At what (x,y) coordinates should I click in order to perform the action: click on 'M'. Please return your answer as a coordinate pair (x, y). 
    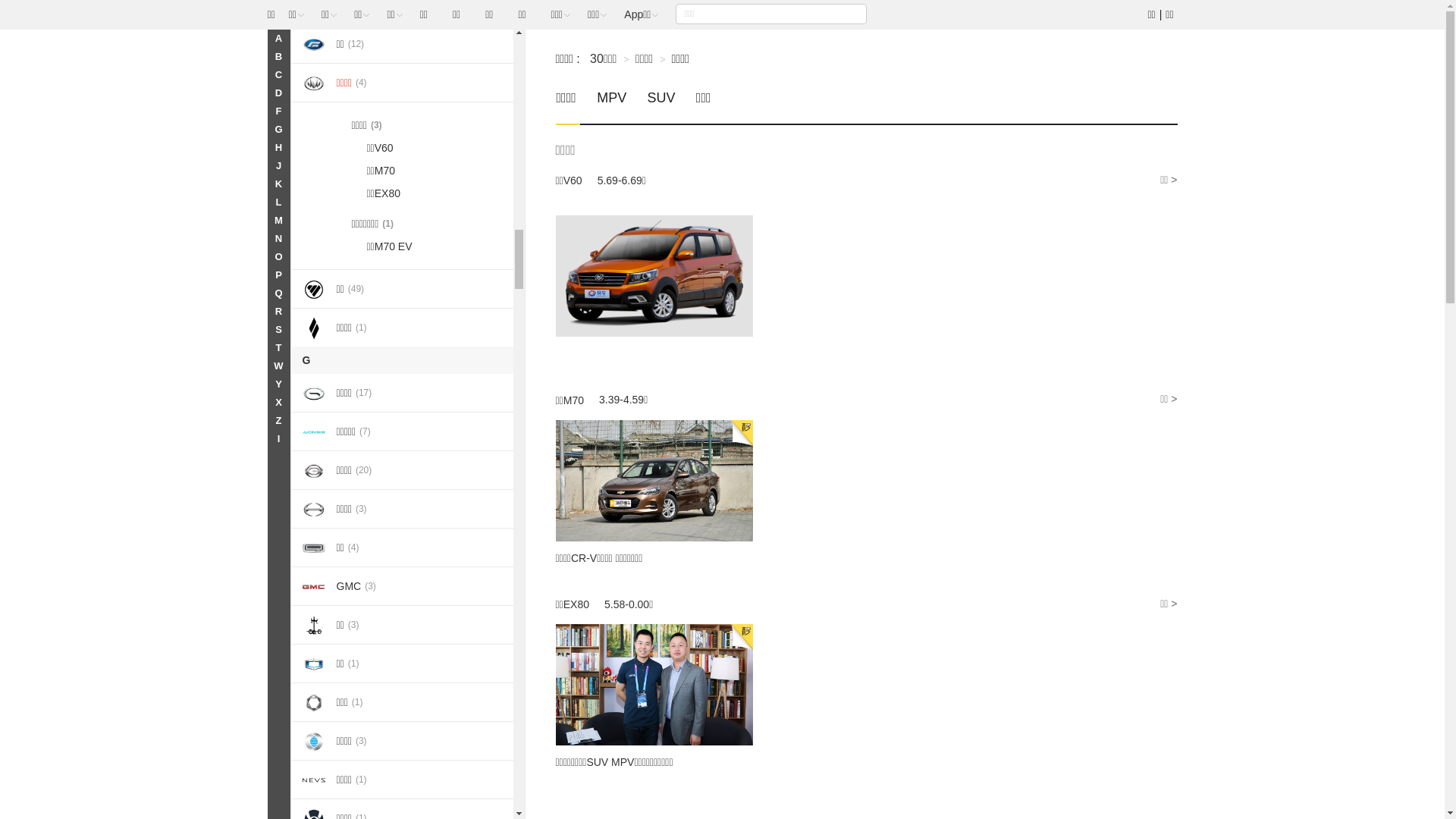
    Looking at the image, I should click on (278, 220).